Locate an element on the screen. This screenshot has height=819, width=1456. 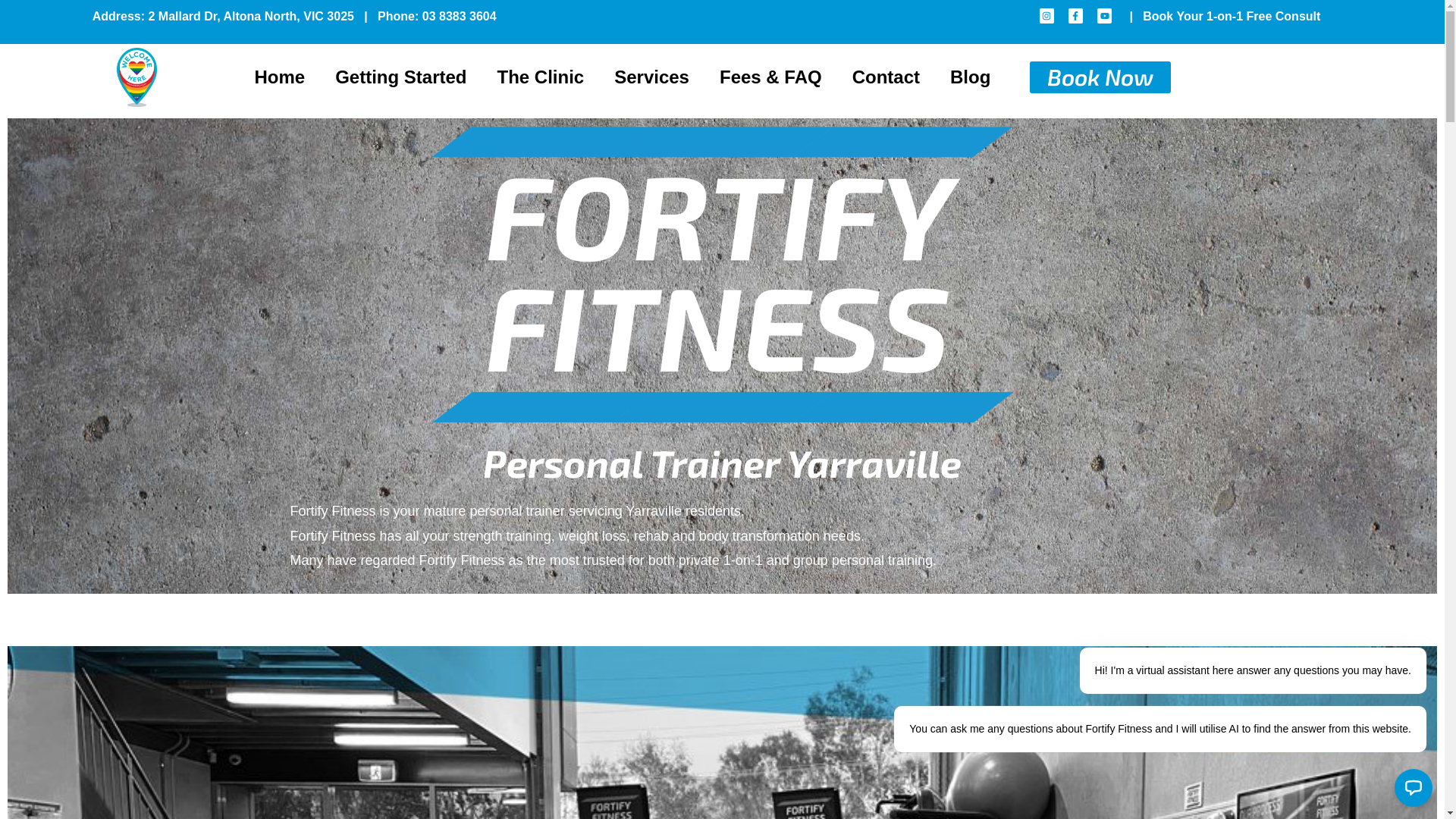
'Phone: 03 8383 3604' is located at coordinates (378, 16).